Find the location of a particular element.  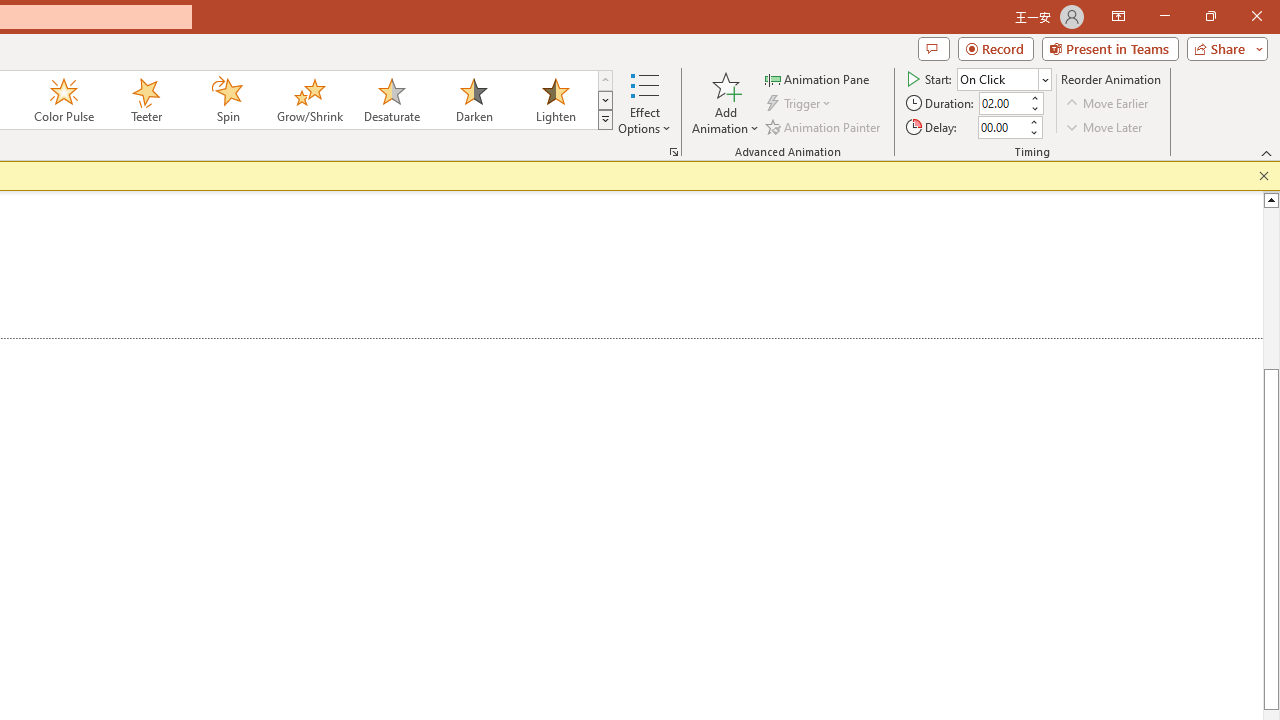

'Animation Delay' is located at coordinates (1002, 127).